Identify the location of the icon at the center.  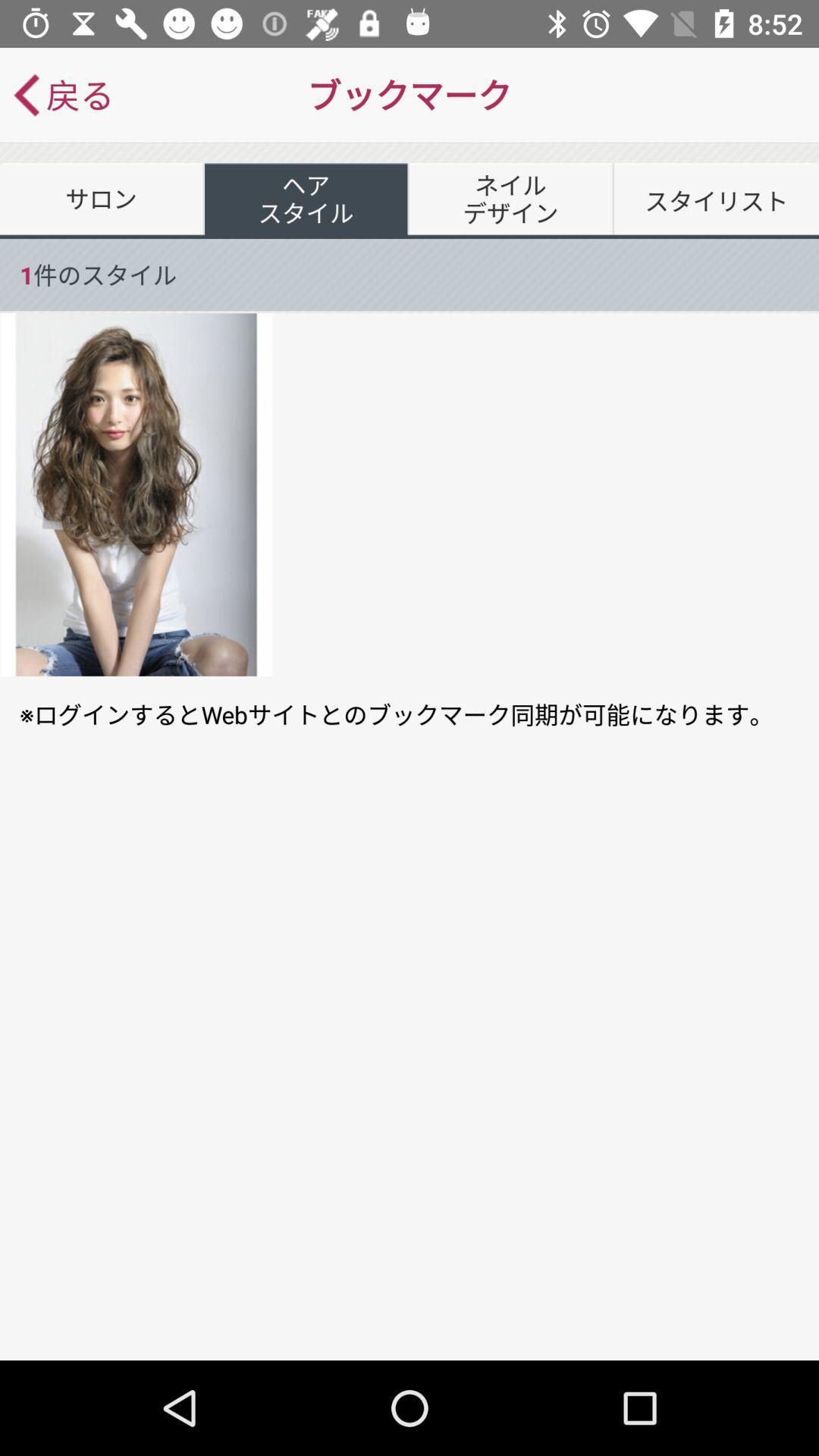
(409, 714).